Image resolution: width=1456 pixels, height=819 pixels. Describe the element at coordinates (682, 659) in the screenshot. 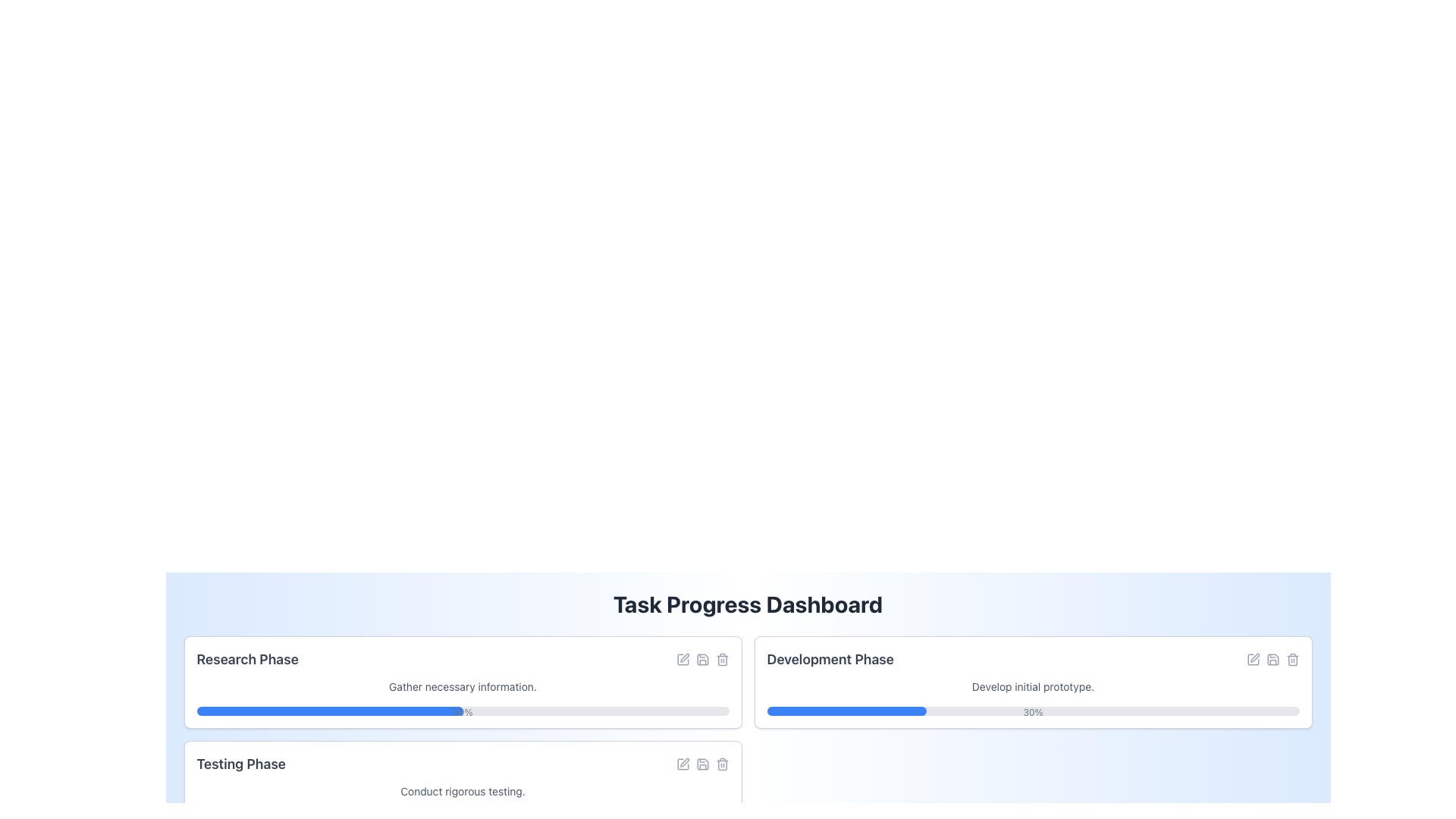

I see `the small square-shaped pen icon located in the upper-right corner of the 'Research Phase' card, which is the first icon in a group of interactive elements` at that location.